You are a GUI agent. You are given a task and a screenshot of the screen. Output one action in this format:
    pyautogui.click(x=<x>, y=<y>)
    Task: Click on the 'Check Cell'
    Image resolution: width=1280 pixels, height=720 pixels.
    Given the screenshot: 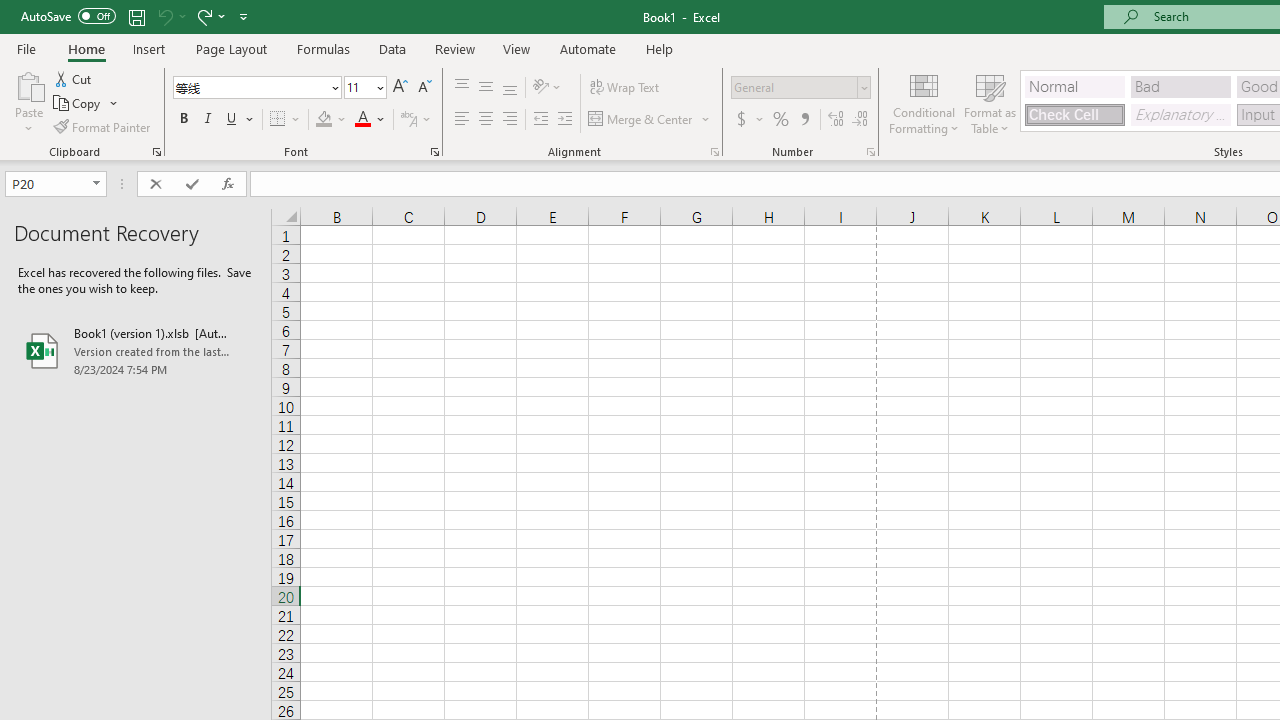 What is the action you would take?
    pyautogui.click(x=1073, y=114)
    